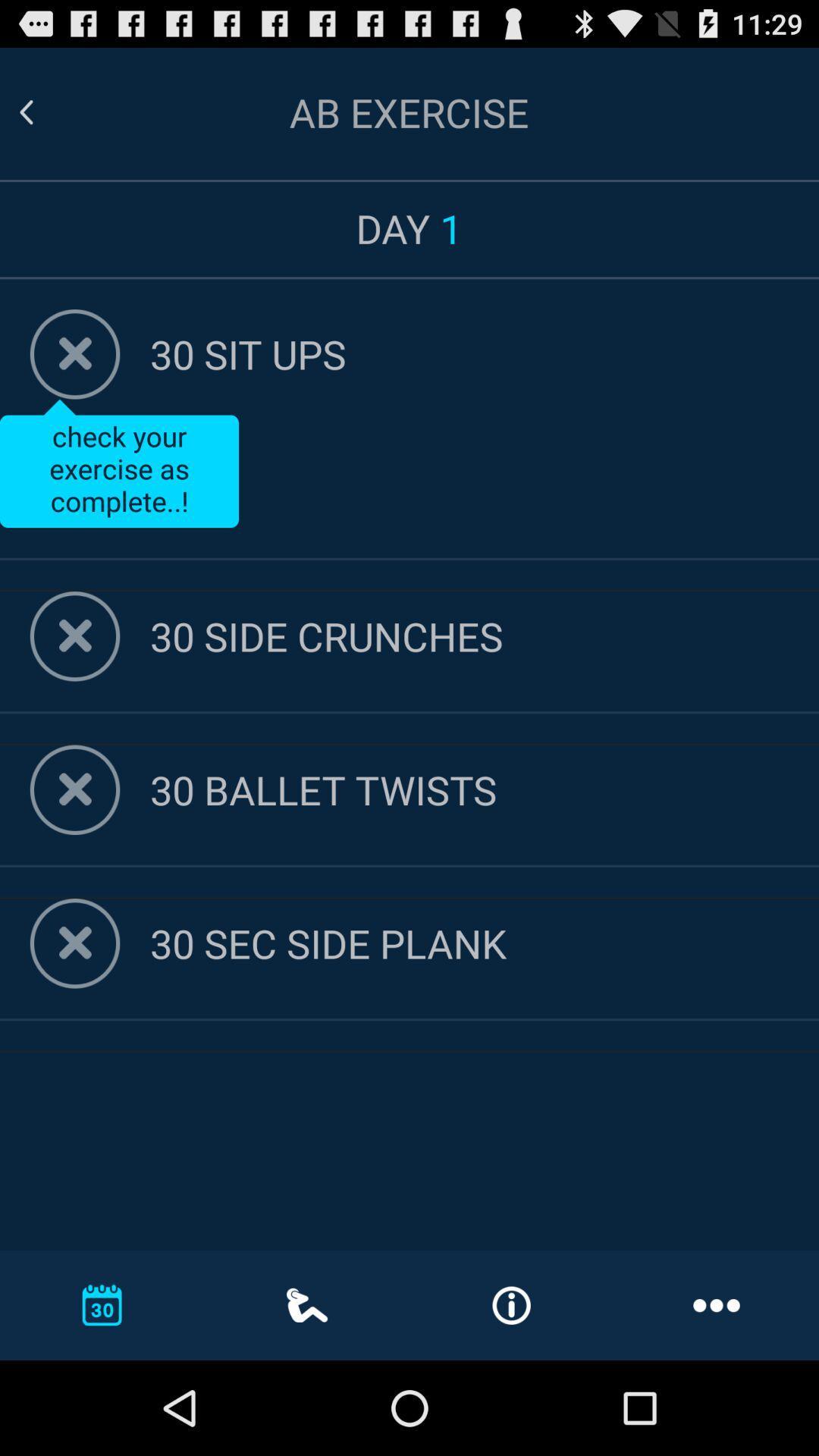 The width and height of the screenshot is (819, 1456). I want to click on remove, so click(75, 636).